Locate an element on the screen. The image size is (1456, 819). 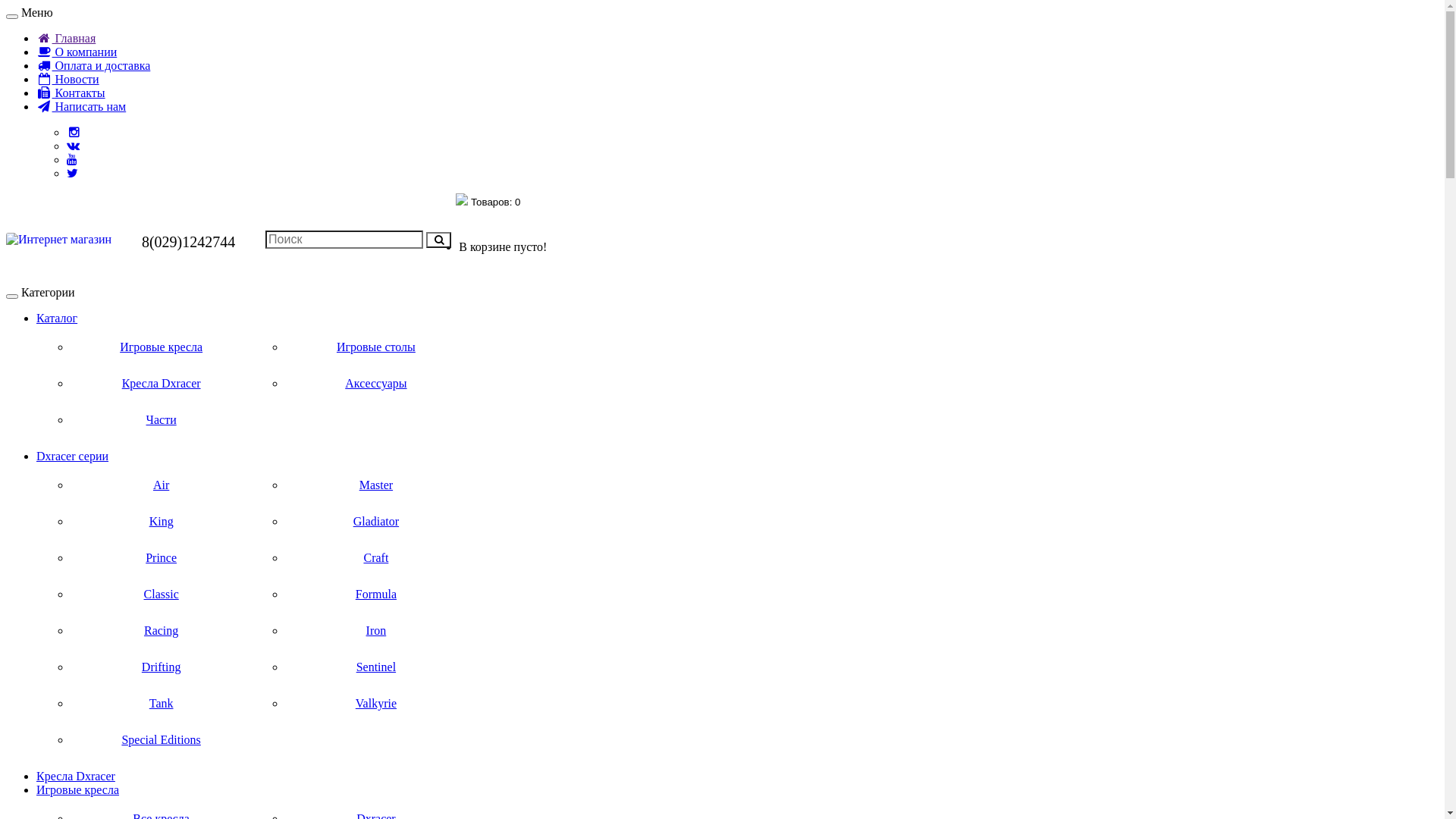
' - twitter' is located at coordinates (71, 172).